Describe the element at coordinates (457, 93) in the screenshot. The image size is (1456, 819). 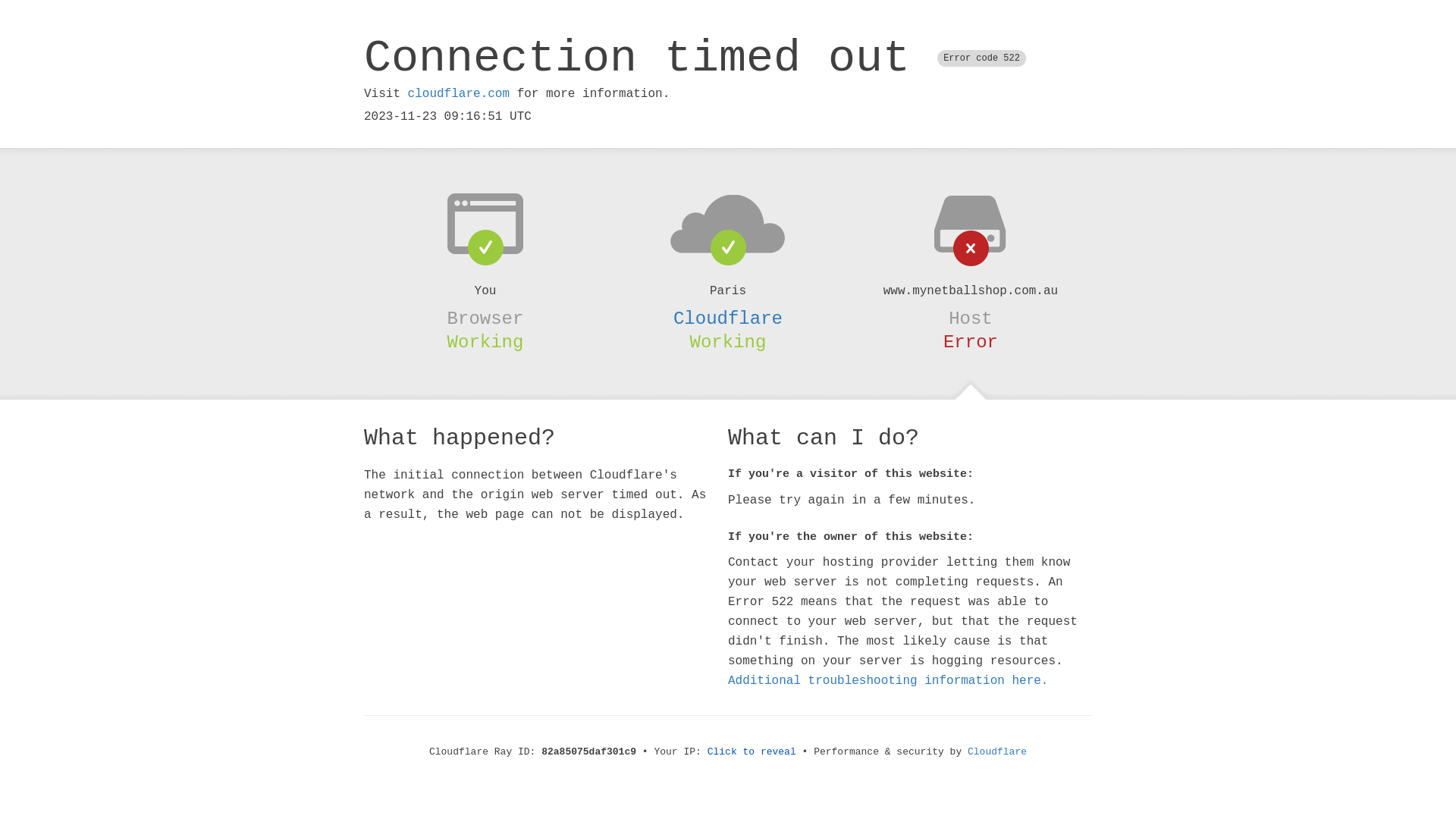
I see `'cloudflare.com'` at that location.